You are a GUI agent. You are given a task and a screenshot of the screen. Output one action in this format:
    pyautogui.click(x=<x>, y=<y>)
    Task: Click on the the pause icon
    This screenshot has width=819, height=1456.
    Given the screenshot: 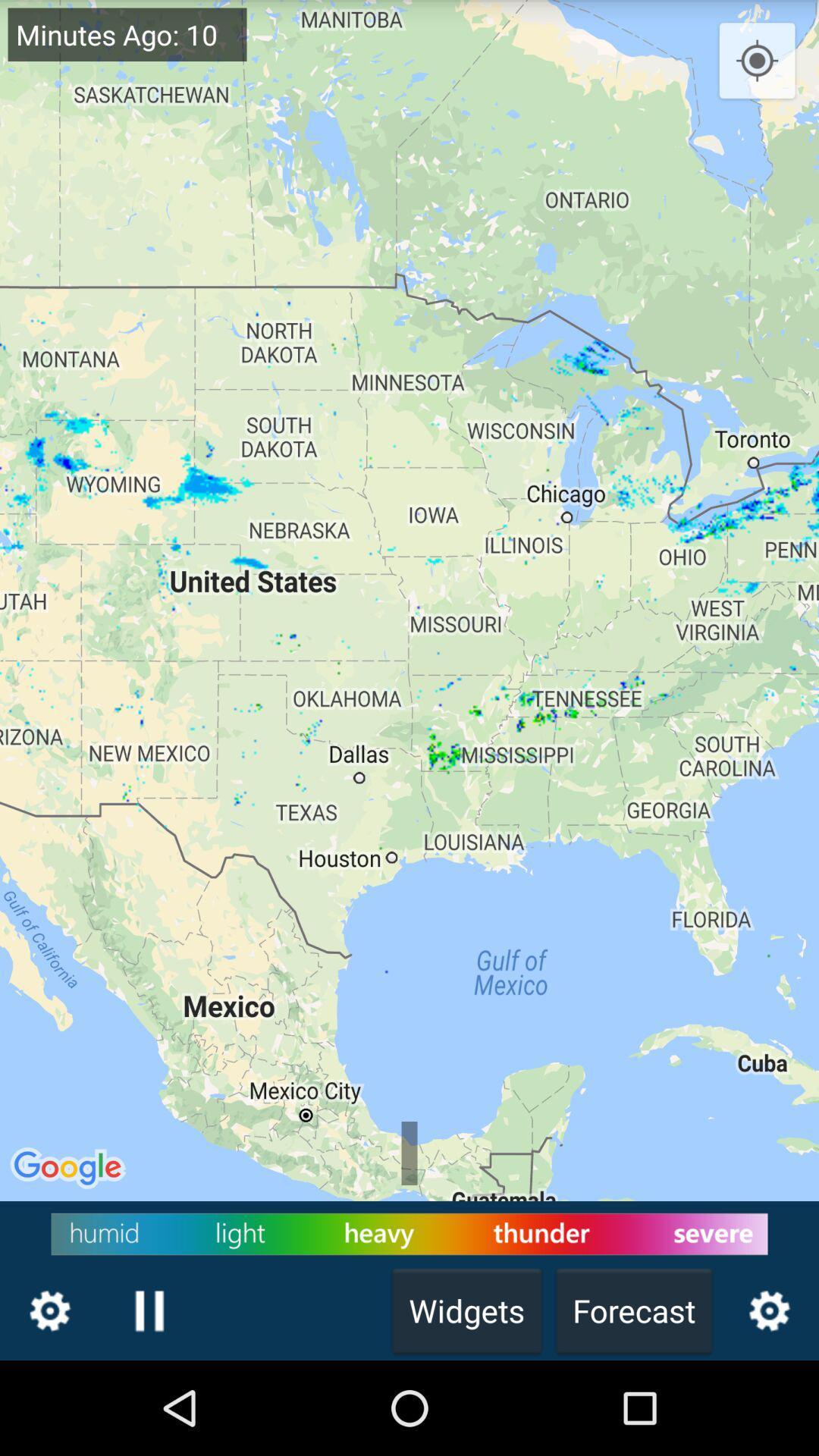 What is the action you would take?
    pyautogui.click(x=149, y=1401)
    